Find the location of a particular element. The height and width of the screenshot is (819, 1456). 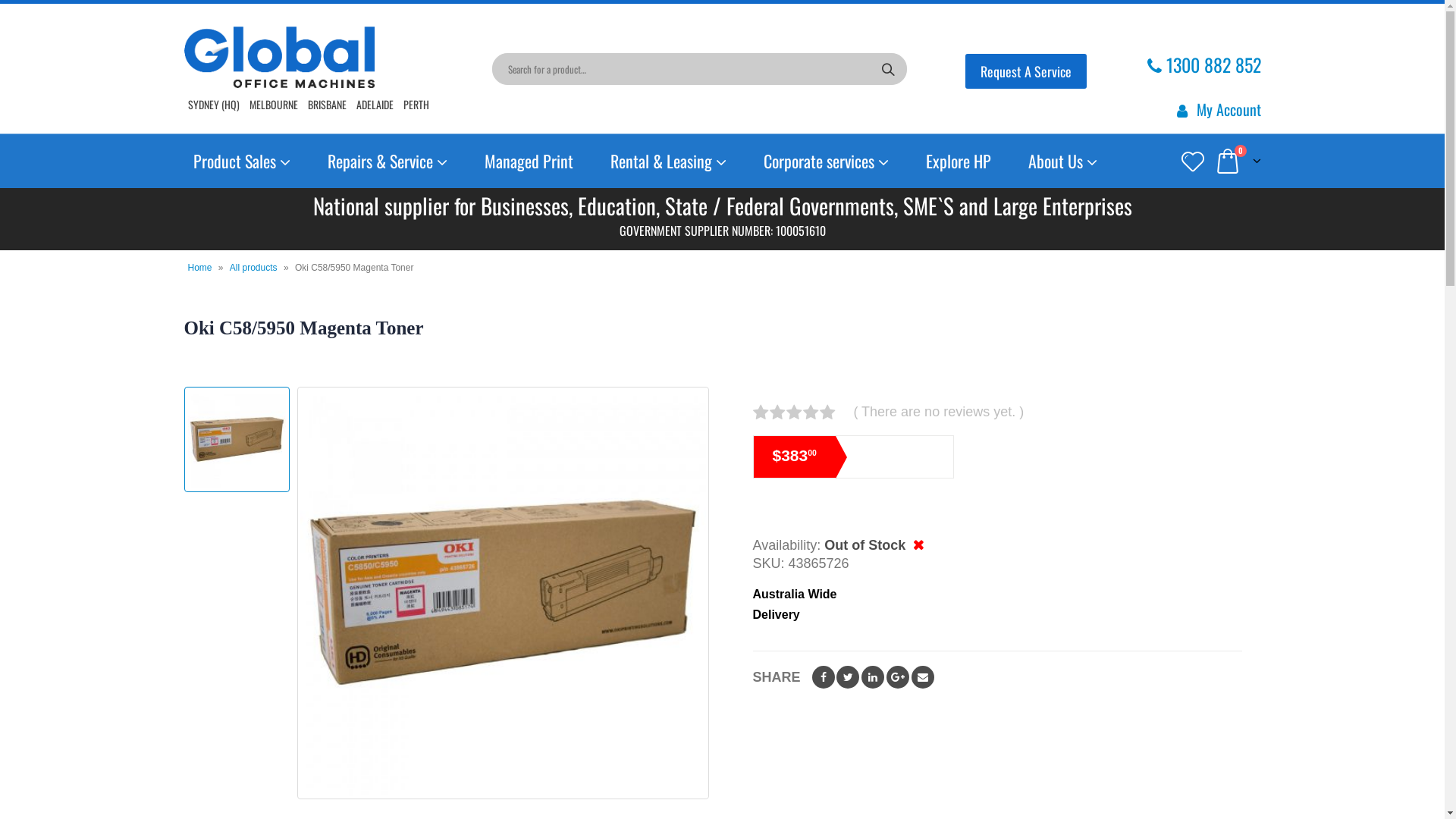

'Facebook' is located at coordinates (811, 676).